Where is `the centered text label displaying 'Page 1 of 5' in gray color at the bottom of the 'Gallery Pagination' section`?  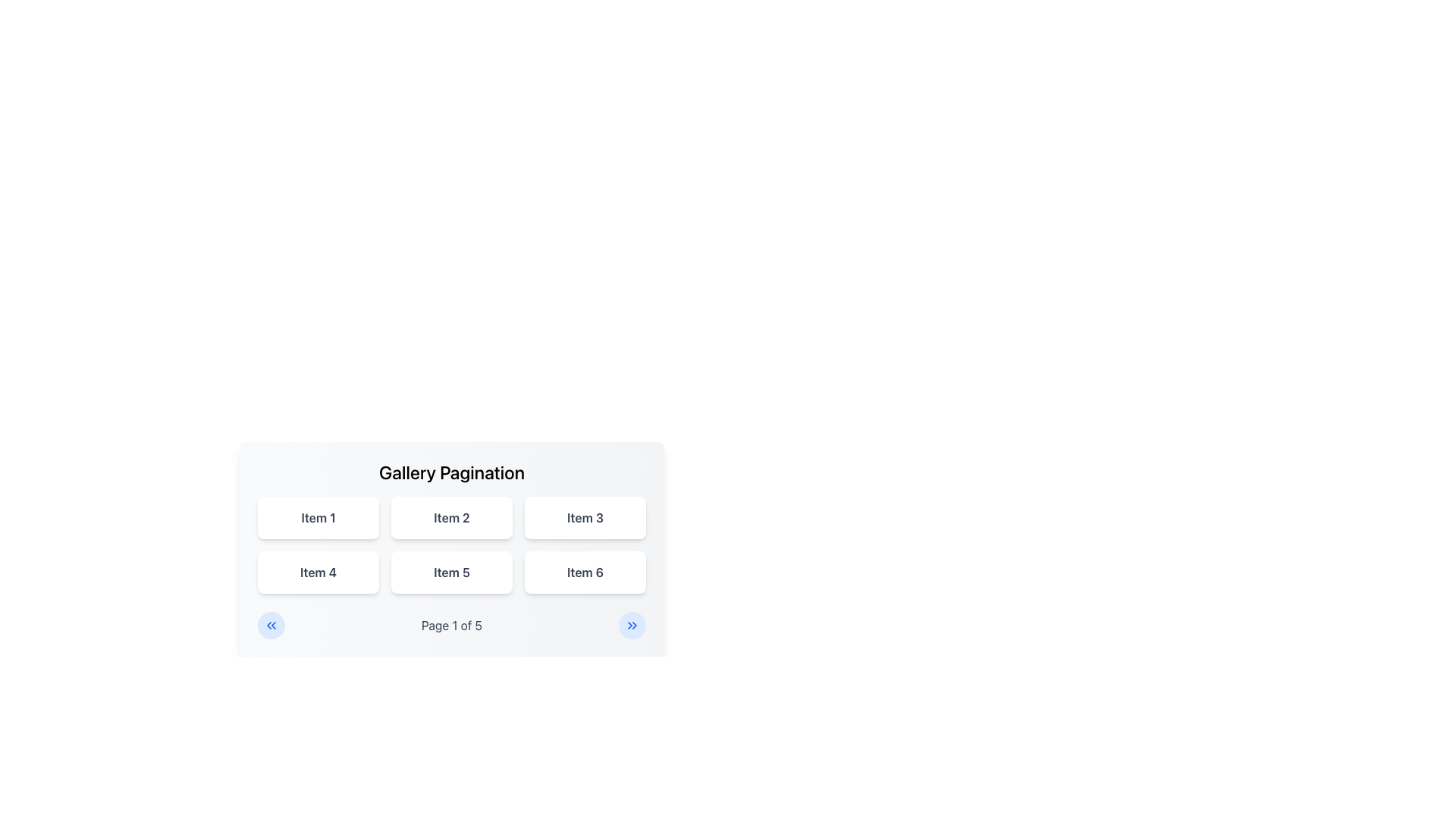 the centered text label displaying 'Page 1 of 5' in gray color at the bottom of the 'Gallery Pagination' section is located at coordinates (450, 626).